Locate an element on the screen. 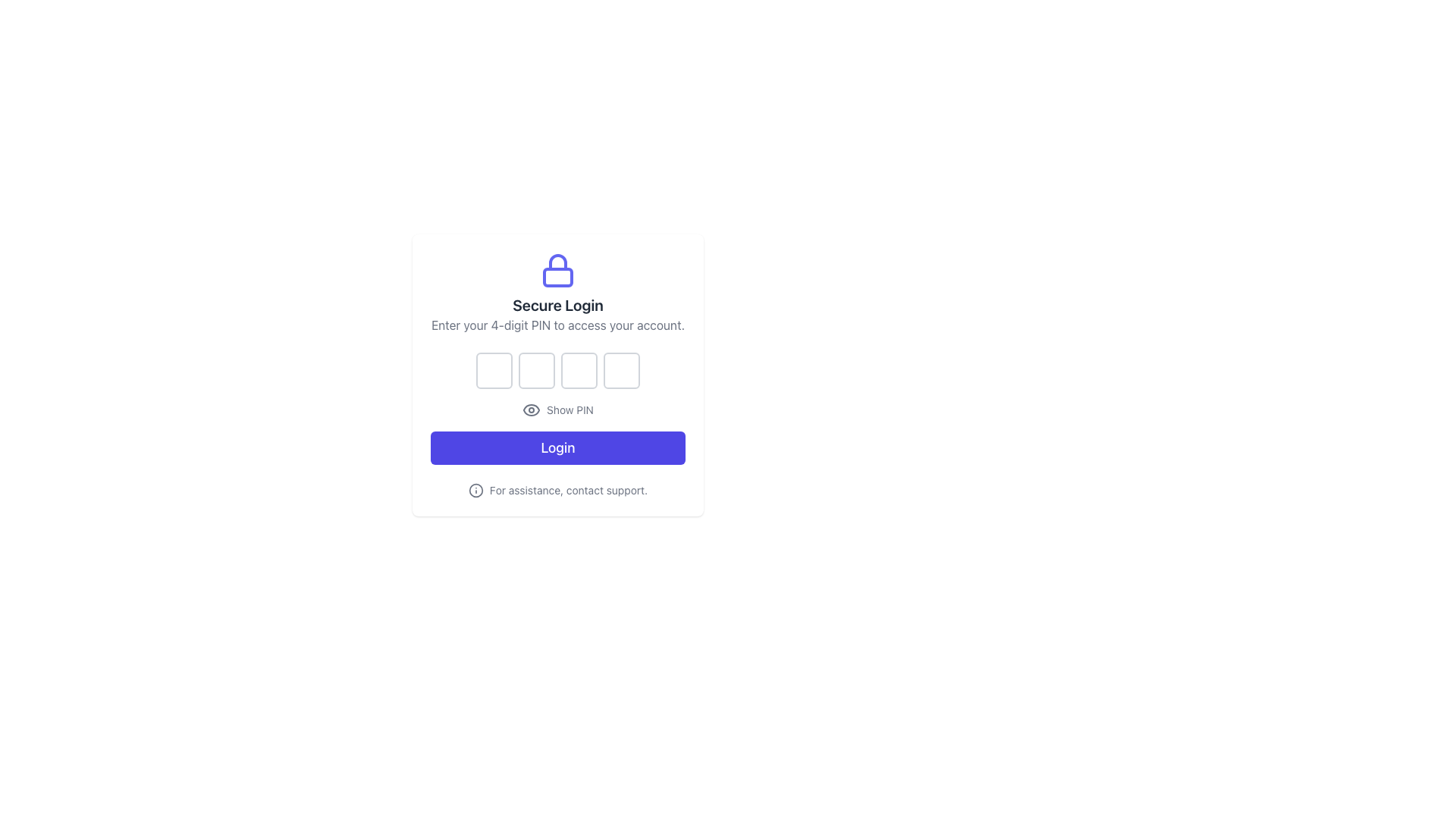 This screenshot has height=819, width=1456. the bottom rectangle of the padlock's graphical representation, which enhances the visual metaphor of security on the login interface is located at coordinates (557, 278).